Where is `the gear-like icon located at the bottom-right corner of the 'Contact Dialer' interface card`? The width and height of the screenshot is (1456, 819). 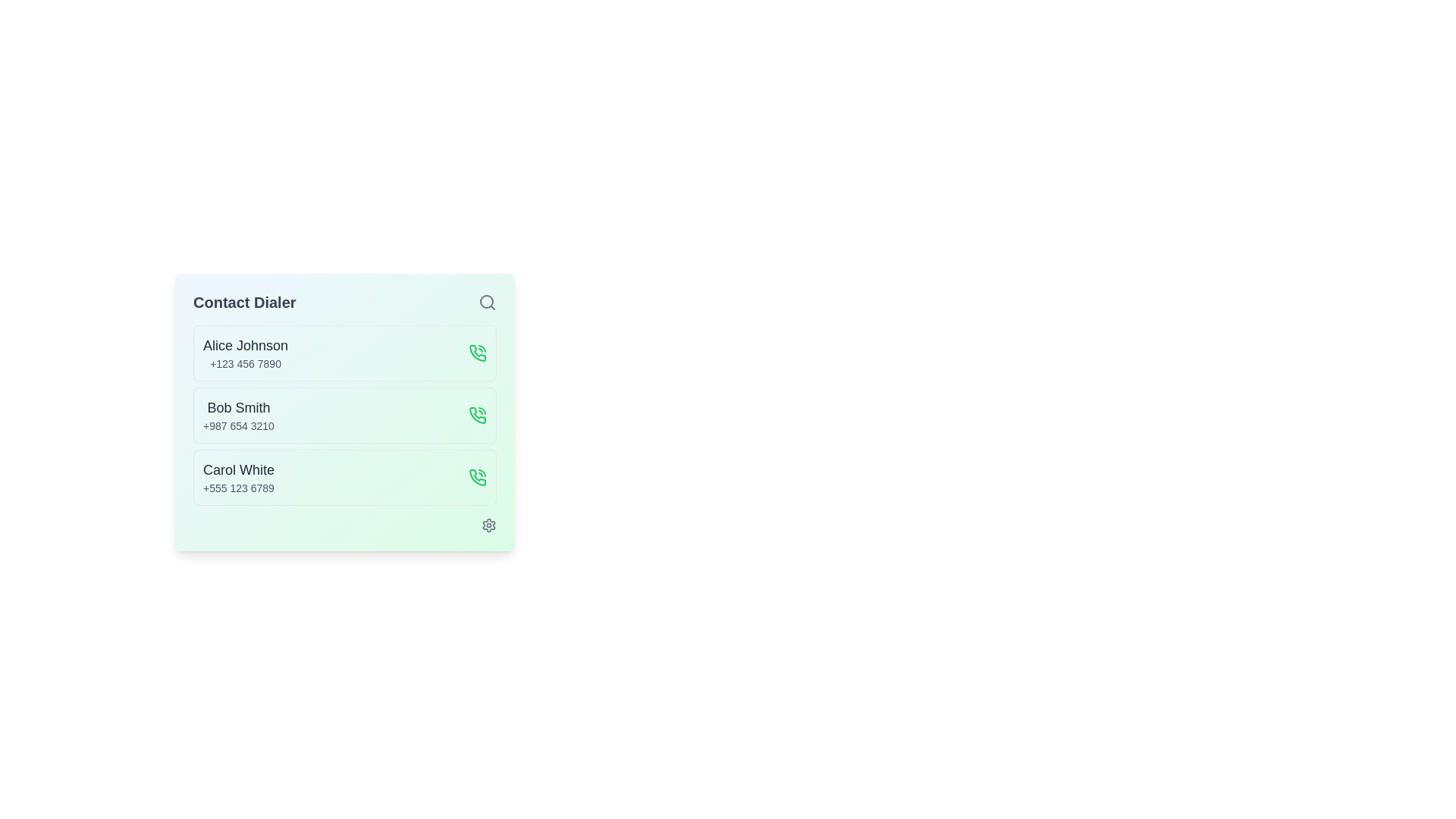 the gear-like icon located at the bottom-right corner of the 'Contact Dialer' interface card is located at coordinates (488, 525).